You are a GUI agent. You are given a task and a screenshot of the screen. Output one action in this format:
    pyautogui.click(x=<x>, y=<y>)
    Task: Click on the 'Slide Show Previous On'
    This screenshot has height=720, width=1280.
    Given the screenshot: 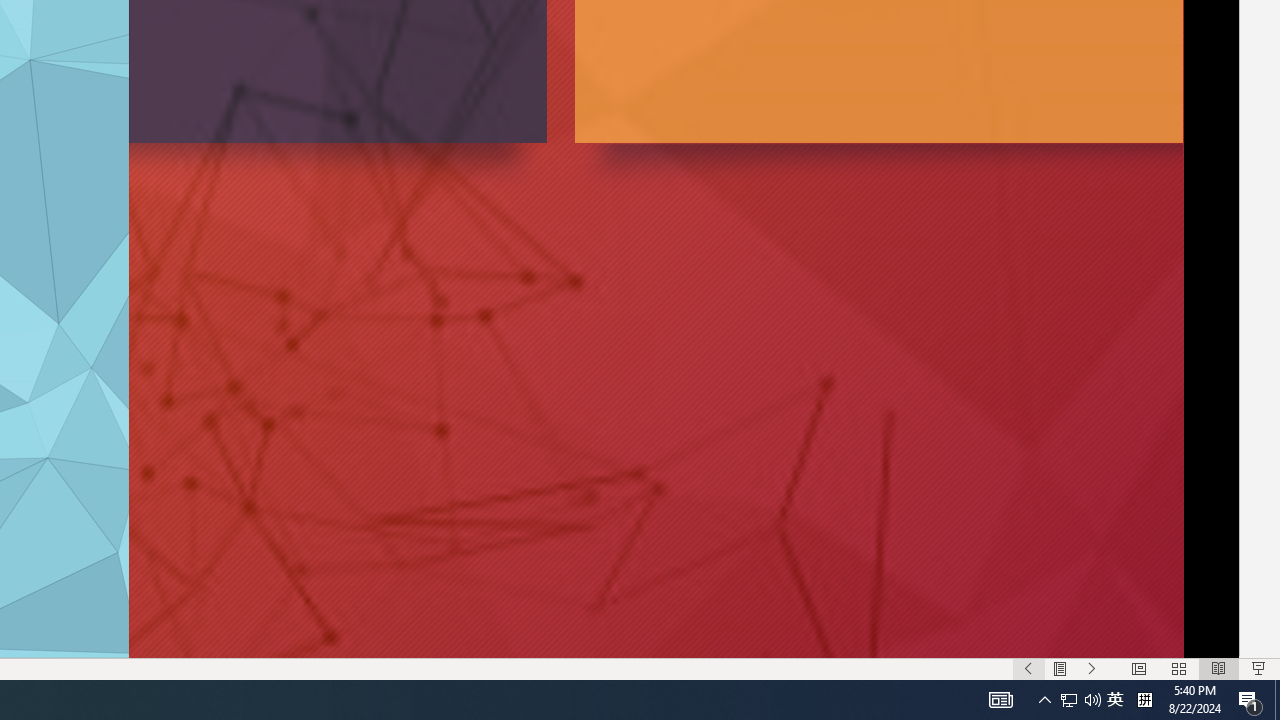 What is the action you would take?
    pyautogui.click(x=1028, y=669)
    